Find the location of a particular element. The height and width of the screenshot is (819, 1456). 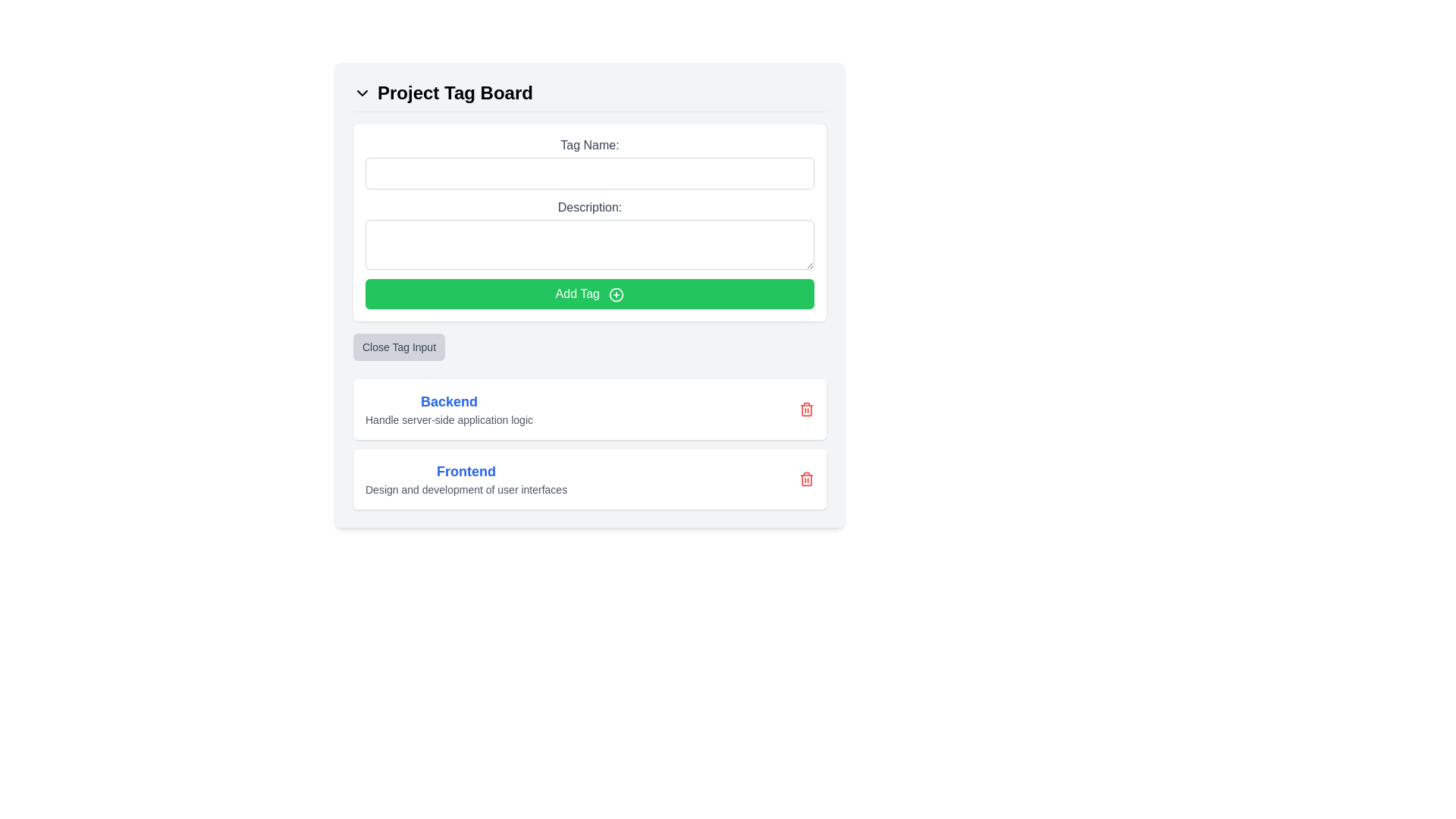

the addition icon located to the right of the 'Add Tag' text within the green 'Add Tag' button is located at coordinates (617, 294).